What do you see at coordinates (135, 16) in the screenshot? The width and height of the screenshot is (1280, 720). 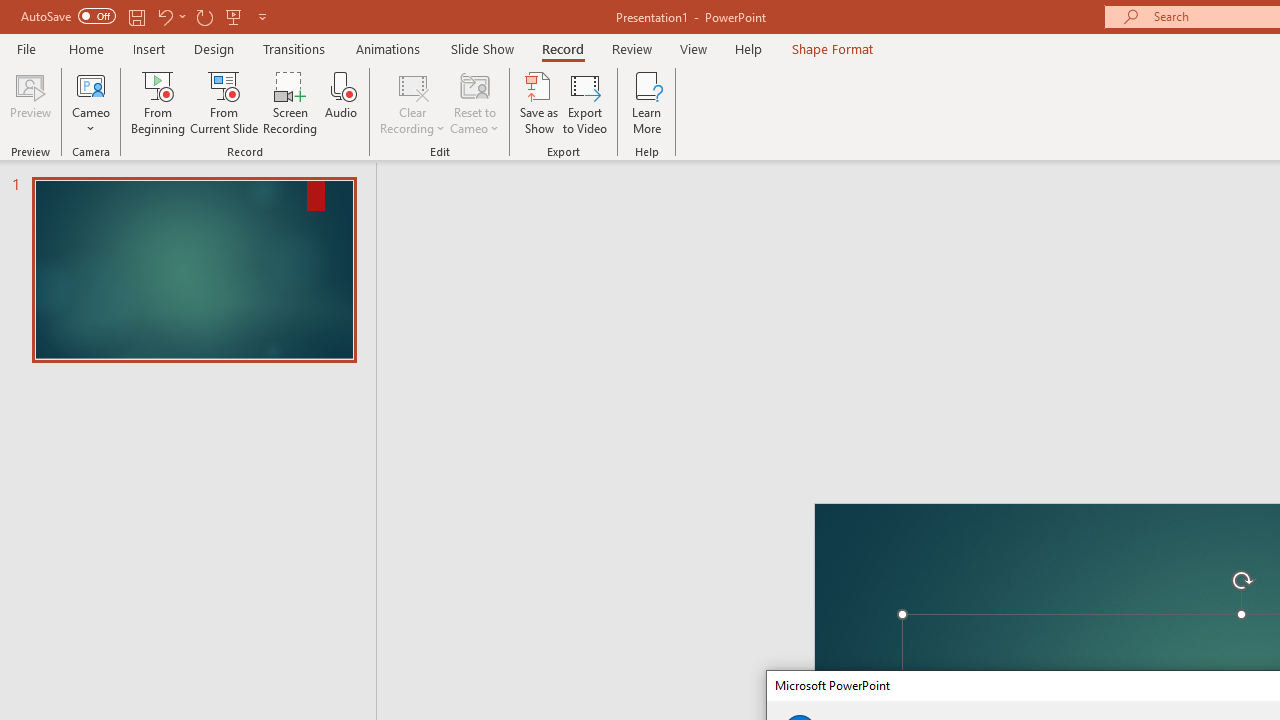 I see `'Save'` at bounding box center [135, 16].